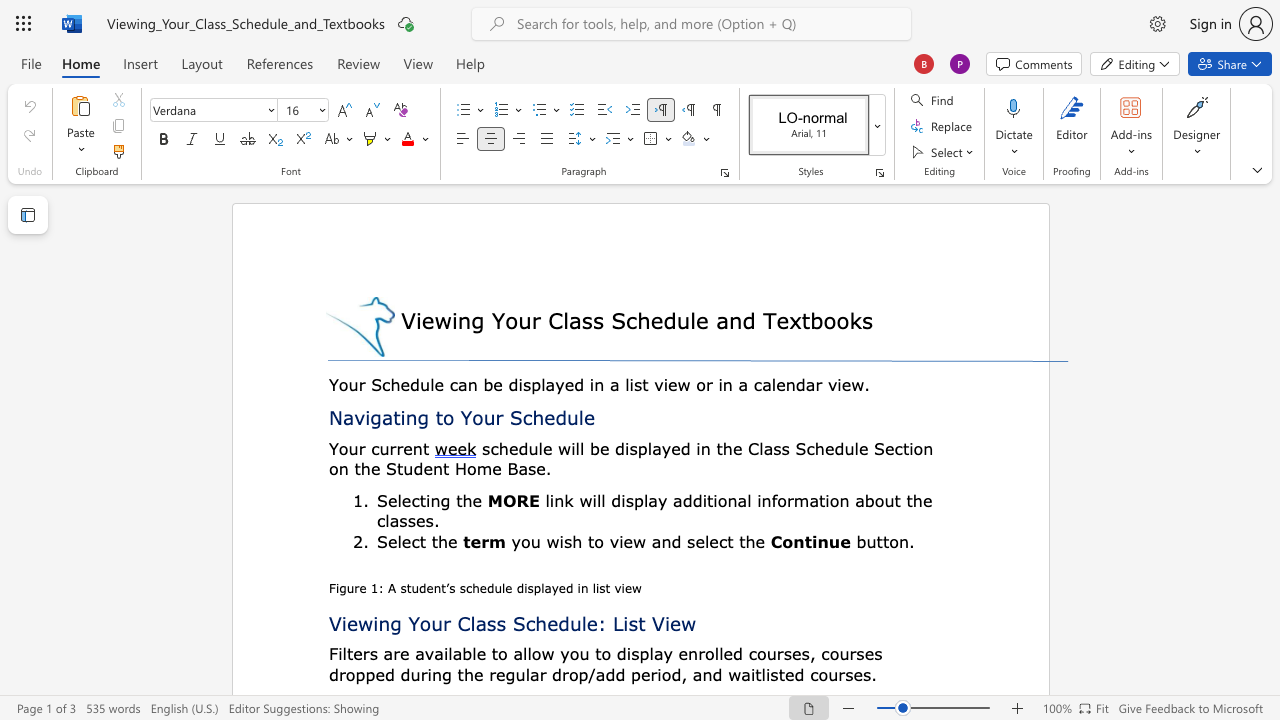 Image resolution: width=1280 pixels, height=720 pixels. What do you see at coordinates (842, 319) in the screenshot?
I see `the 3th character "o" in the text` at bounding box center [842, 319].